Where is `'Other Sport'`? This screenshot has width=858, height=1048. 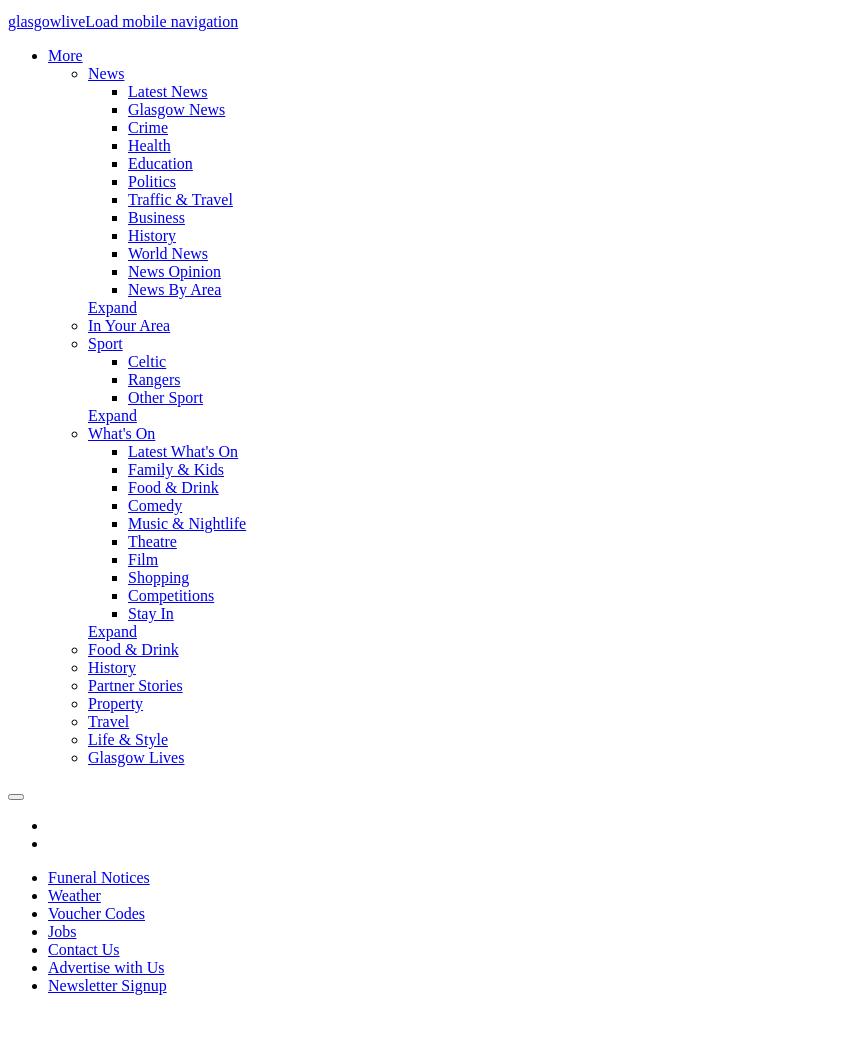
'Other Sport' is located at coordinates (164, 397).